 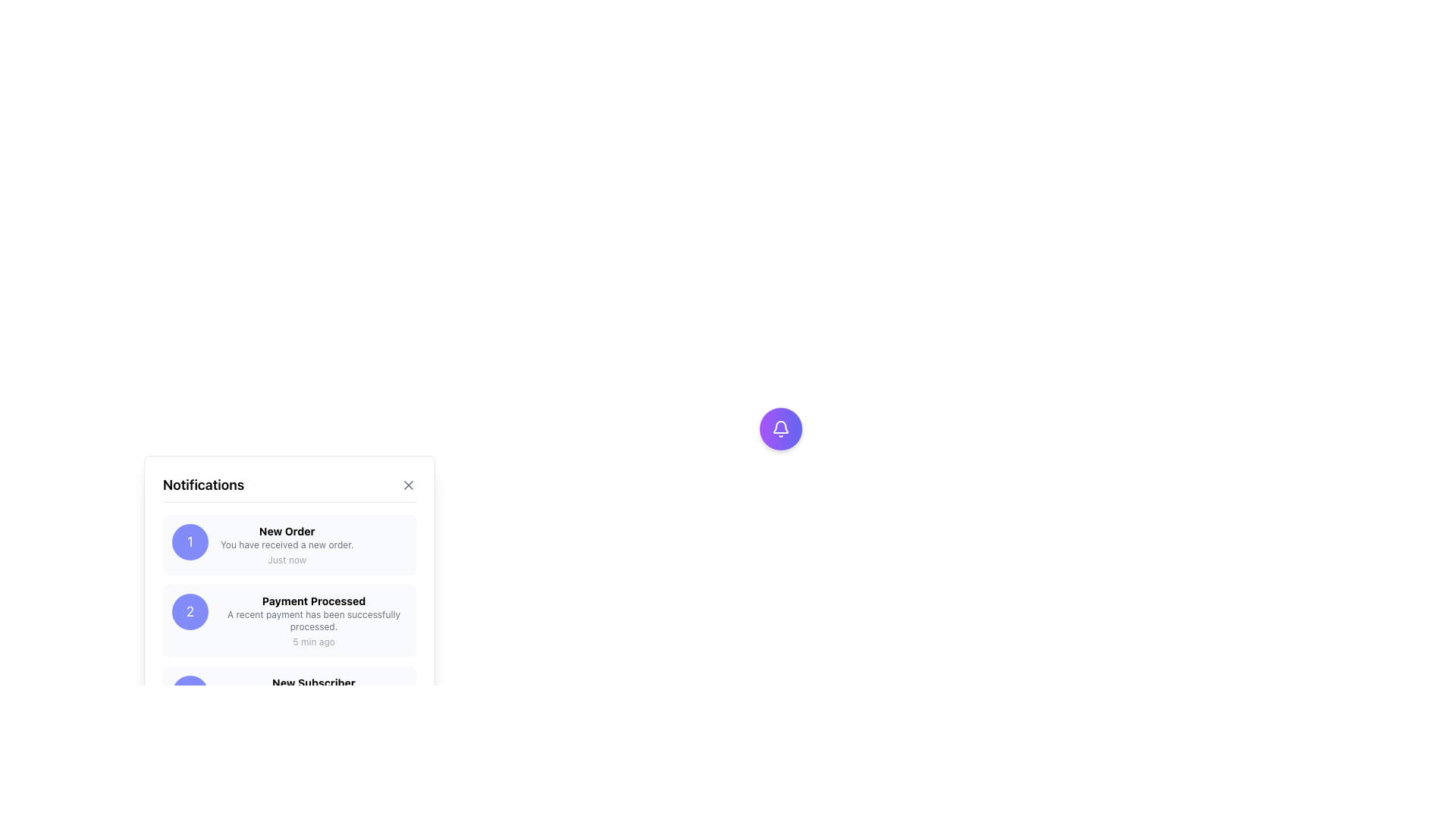 What do you see at coordinates (287, 544) in the screenshot?
I see `the non-interactive Text label providing additional information about the 'New Order' notification, located in the notification panel beneath the 'New Order' title` at bounding box center [287, 544].